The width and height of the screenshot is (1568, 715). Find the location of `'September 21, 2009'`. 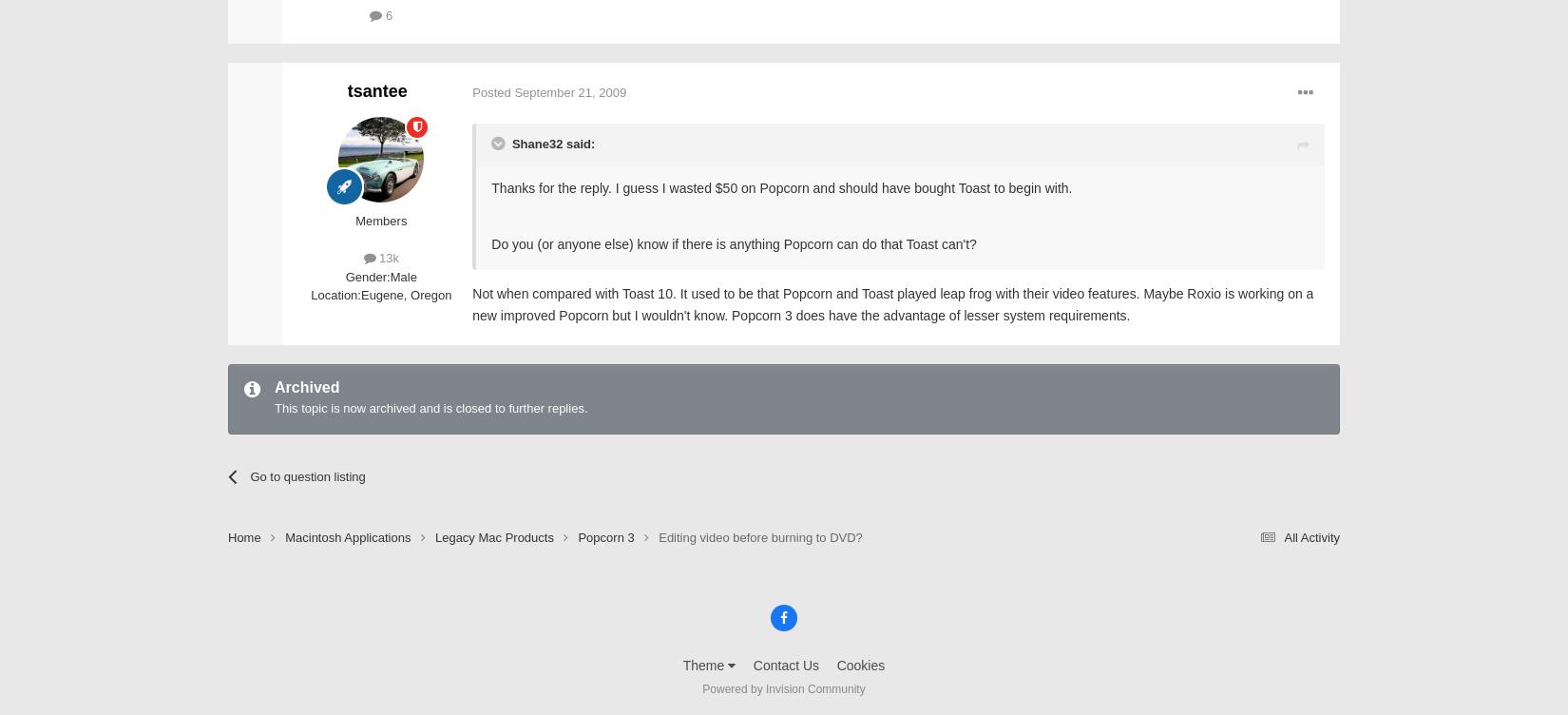

'September 21, 2009' is located at coordinates (513, 91).